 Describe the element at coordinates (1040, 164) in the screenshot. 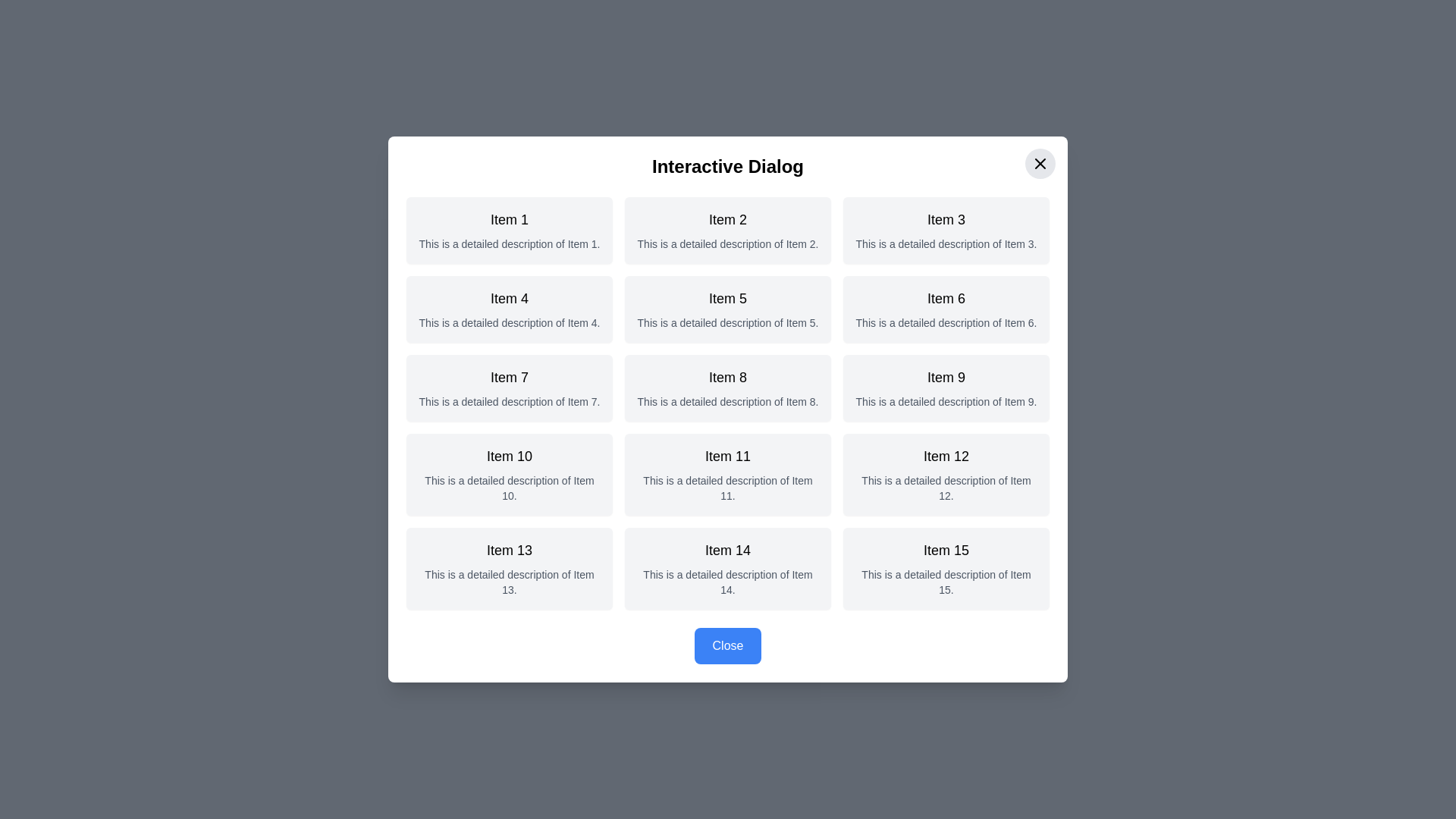

I see `close button located at the top-right corner of the dialog` at that location.